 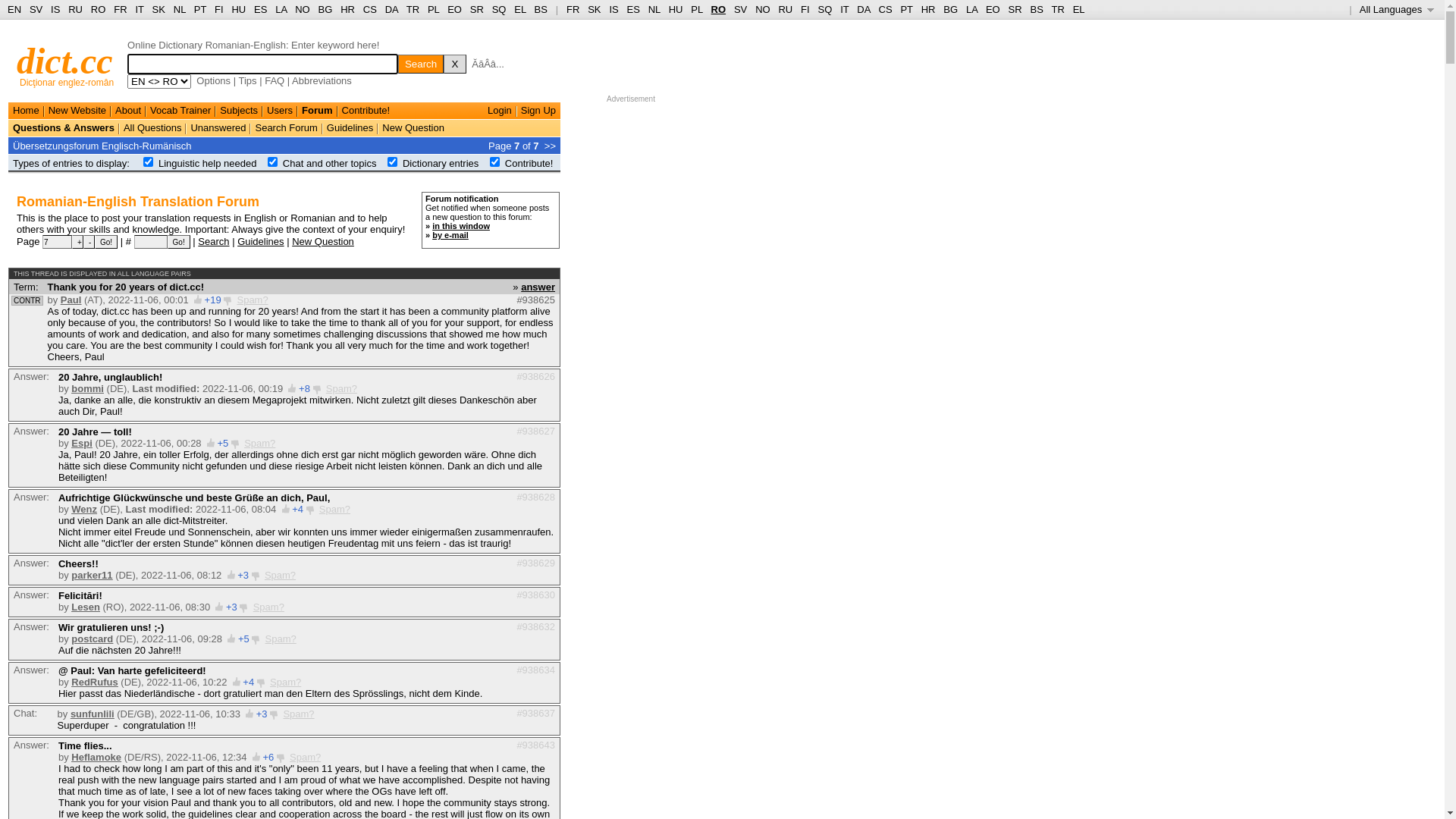 I want to click on 'Go!', so click(x=105, y=241).